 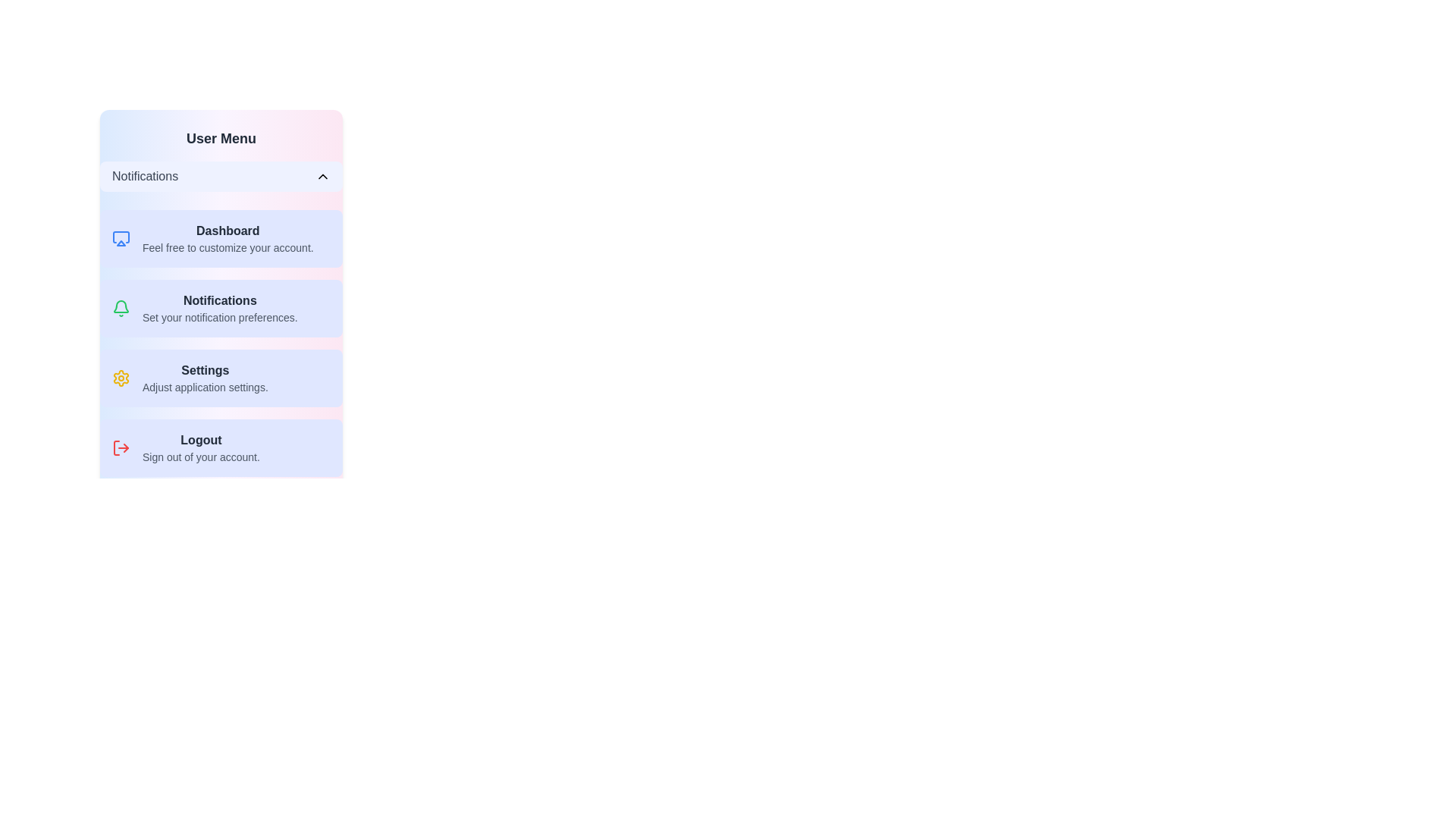 I want to click on the menu item labeled 'Dashboard' to highlight it, so click(x=221, y=239).